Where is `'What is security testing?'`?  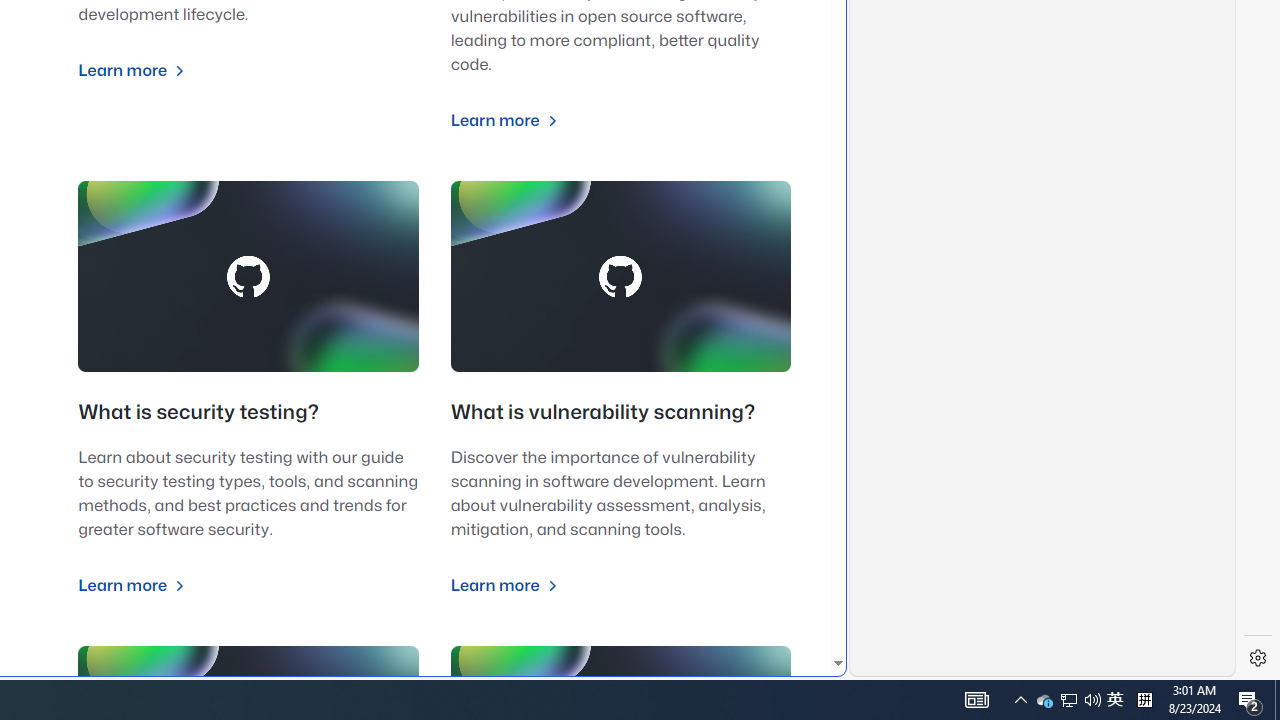
'What is security testing?' is located at coordinates (198, 412).